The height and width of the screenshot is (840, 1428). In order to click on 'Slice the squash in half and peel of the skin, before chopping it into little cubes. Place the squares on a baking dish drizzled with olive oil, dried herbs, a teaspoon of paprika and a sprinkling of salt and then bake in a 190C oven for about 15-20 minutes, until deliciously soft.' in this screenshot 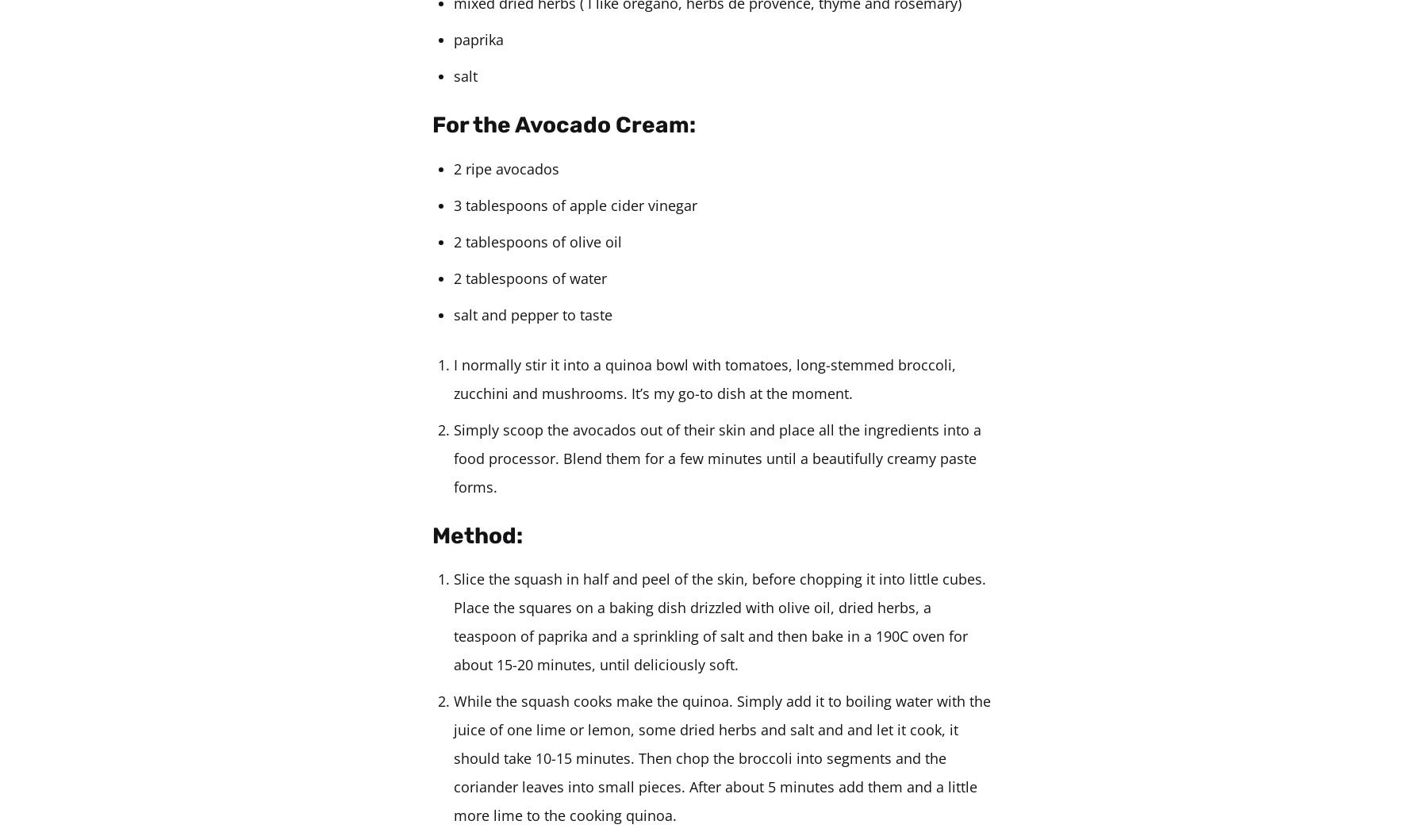, I will do `click(719, 620)`.